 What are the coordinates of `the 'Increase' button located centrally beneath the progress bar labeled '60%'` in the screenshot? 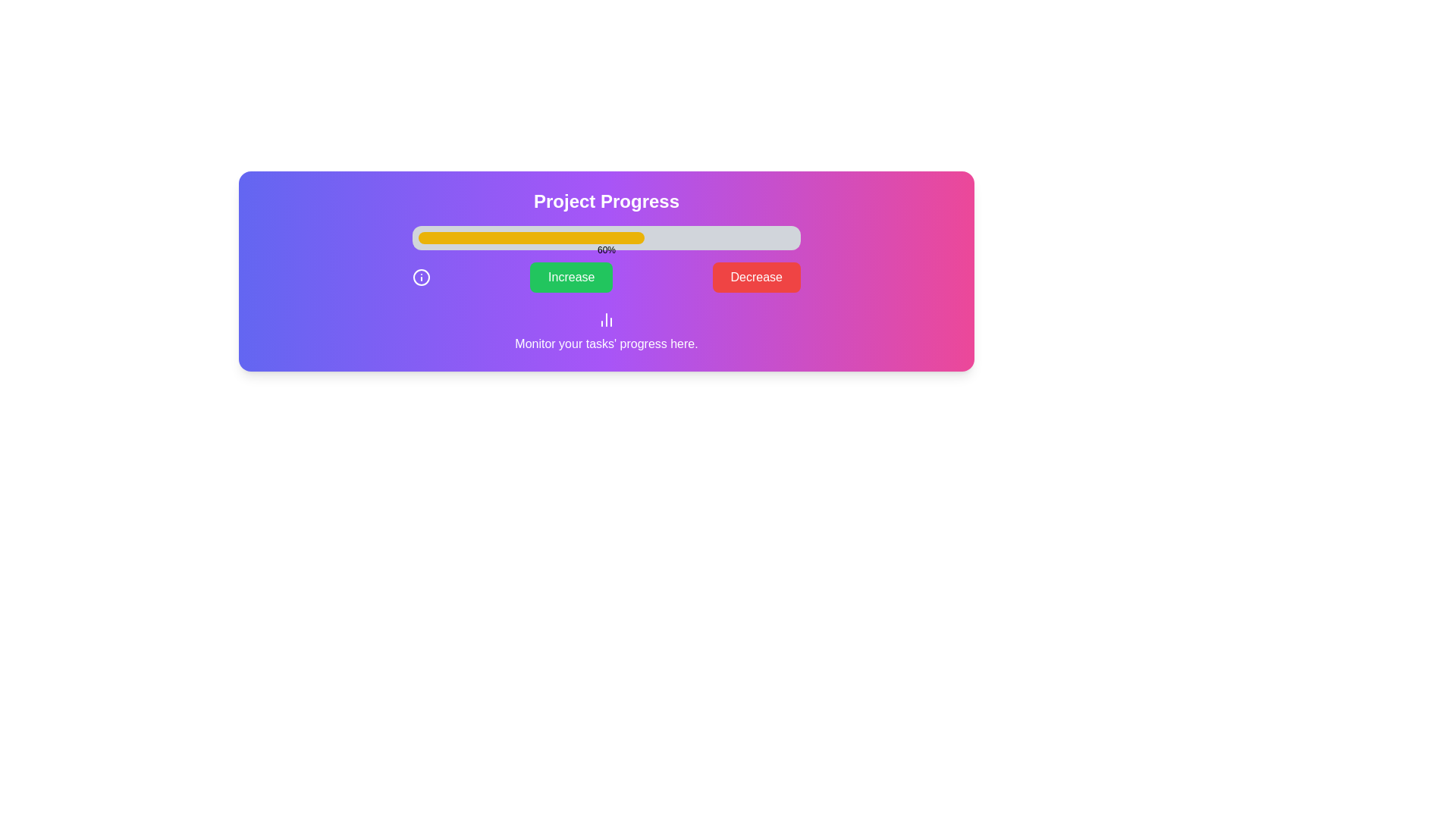 It's located at (570, 278).